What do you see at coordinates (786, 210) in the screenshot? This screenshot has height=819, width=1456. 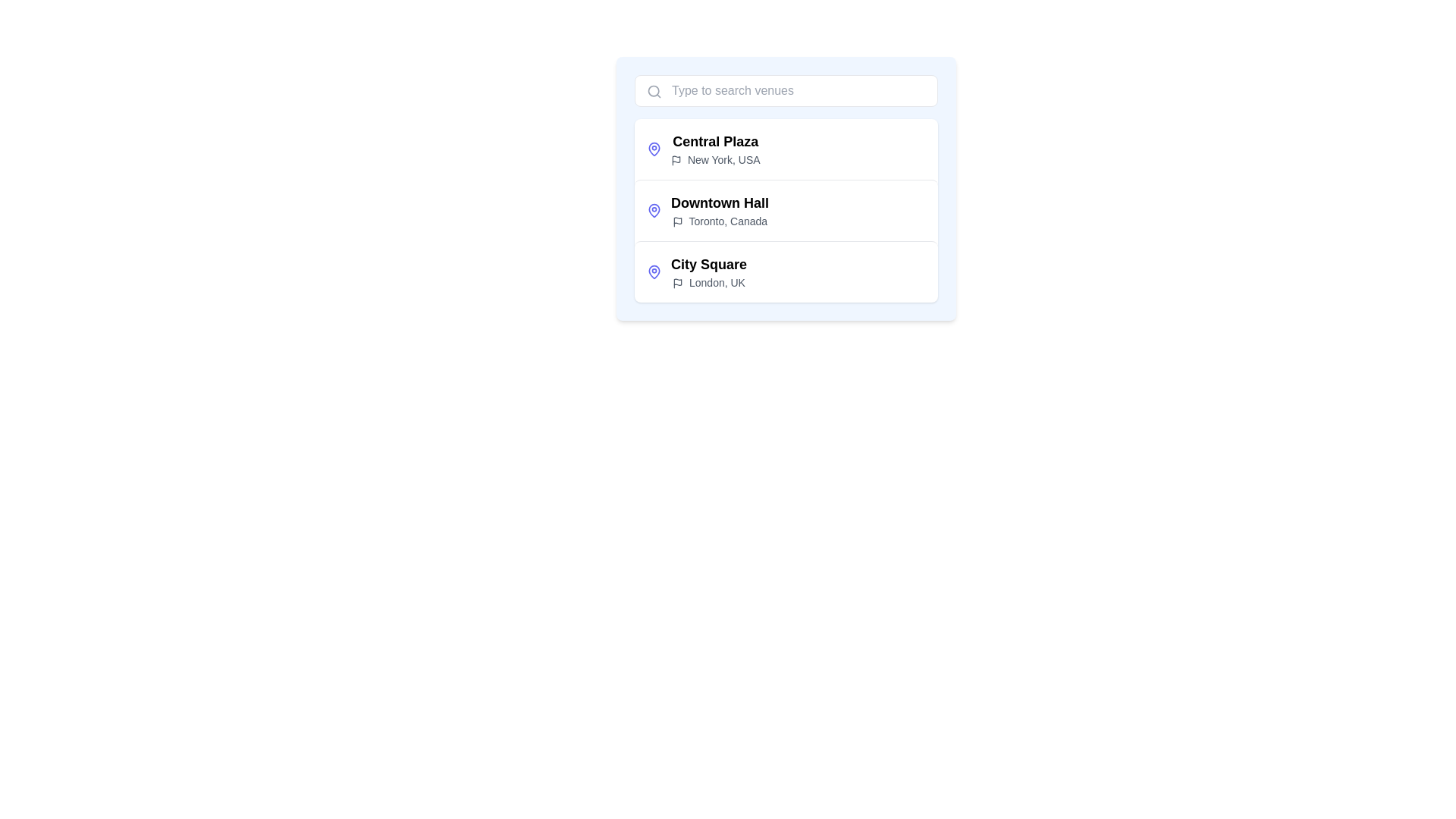 I see `the second venue entry` at bounding box center [786, 210].